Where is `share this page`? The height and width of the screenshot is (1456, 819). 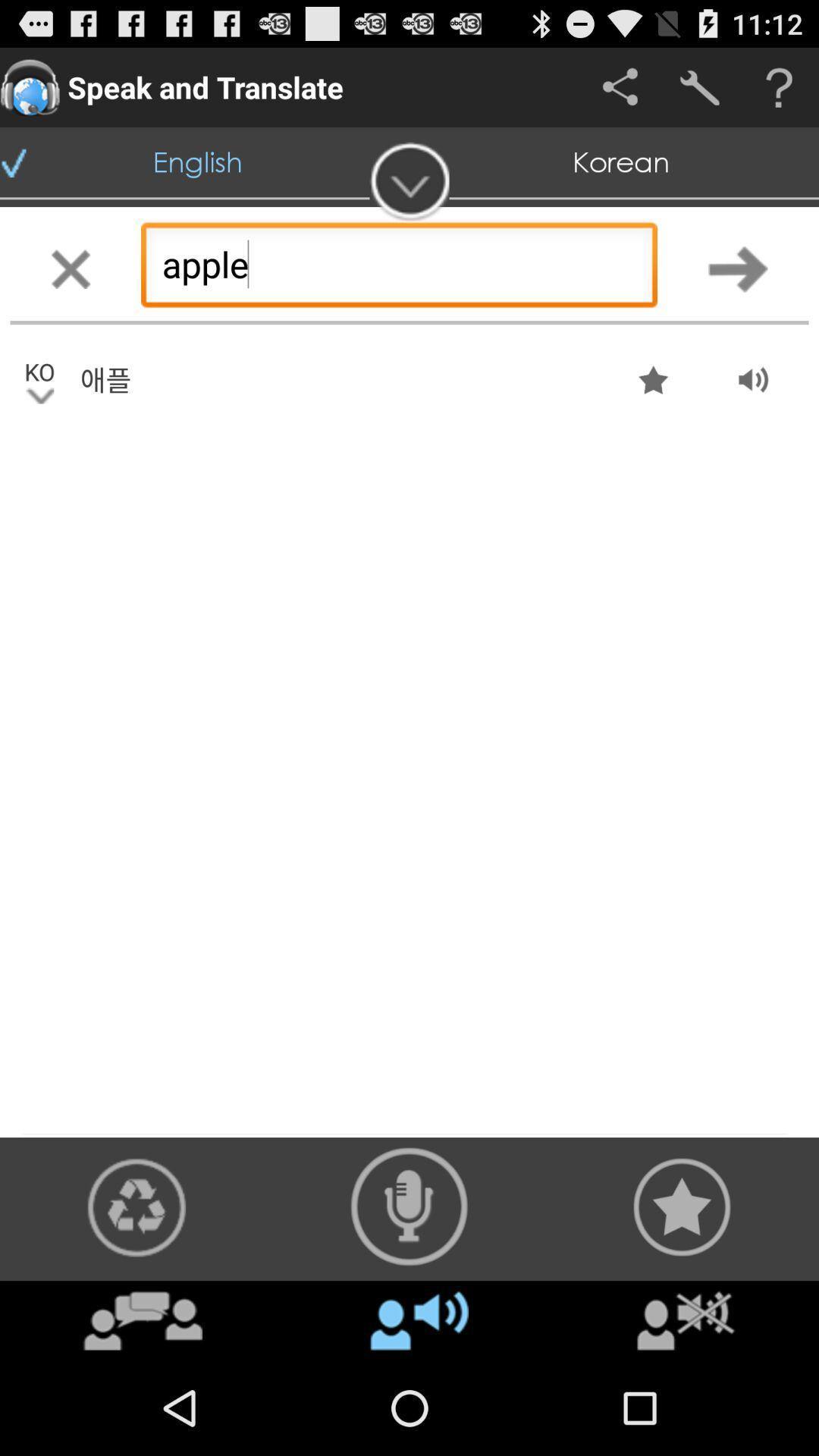 share this page is located at coordinates (620, 86).